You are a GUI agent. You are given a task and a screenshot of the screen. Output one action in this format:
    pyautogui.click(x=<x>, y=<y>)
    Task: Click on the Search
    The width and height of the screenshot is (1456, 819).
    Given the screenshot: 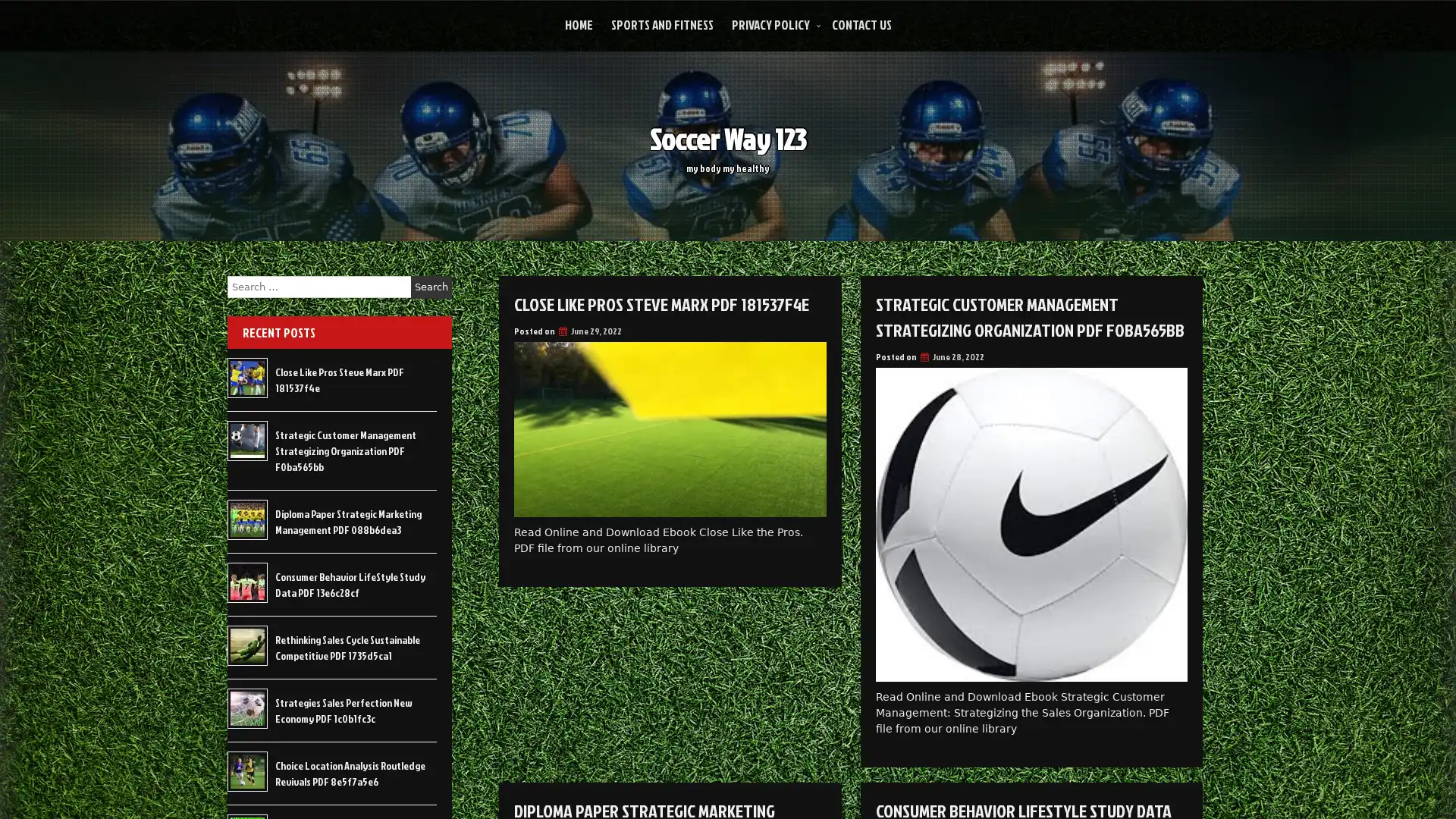 What is the action you would take?
    pyautogui.click(x=431, y=287)
    